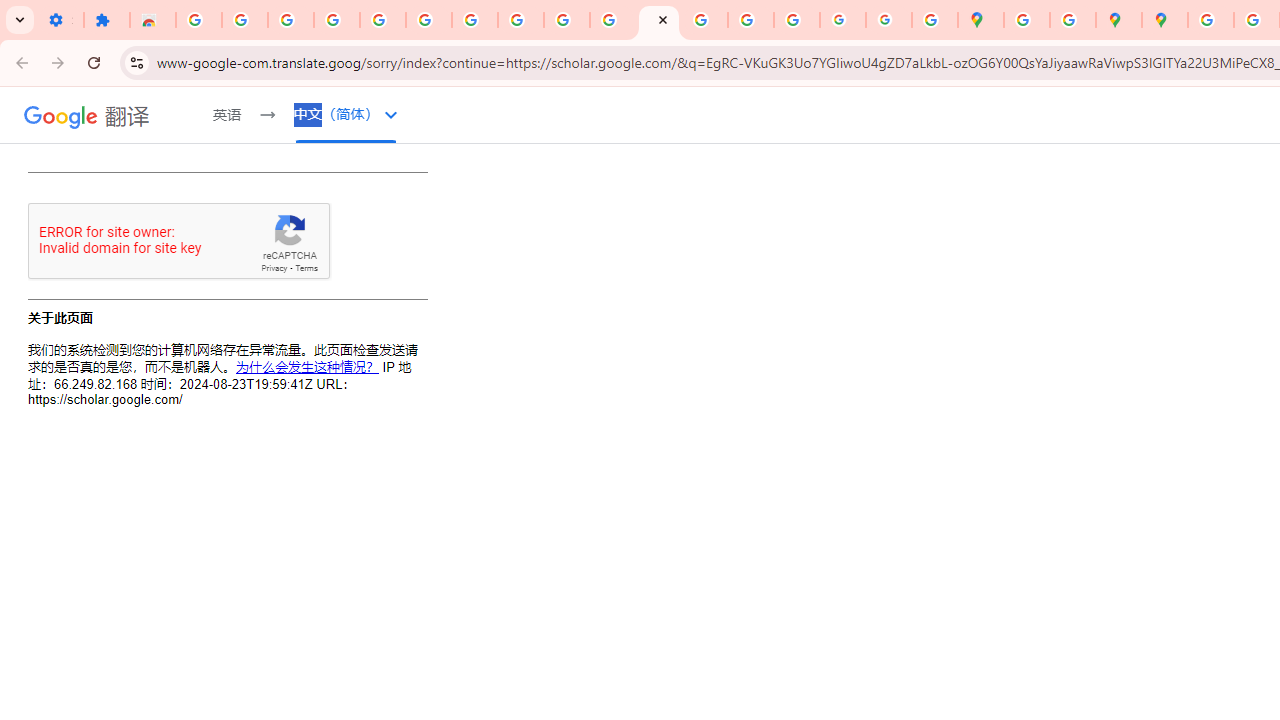  What do you see at coordinates (566, 20) in the screenshot?
I see `'YouTube'` at bounding box center [566, 20].